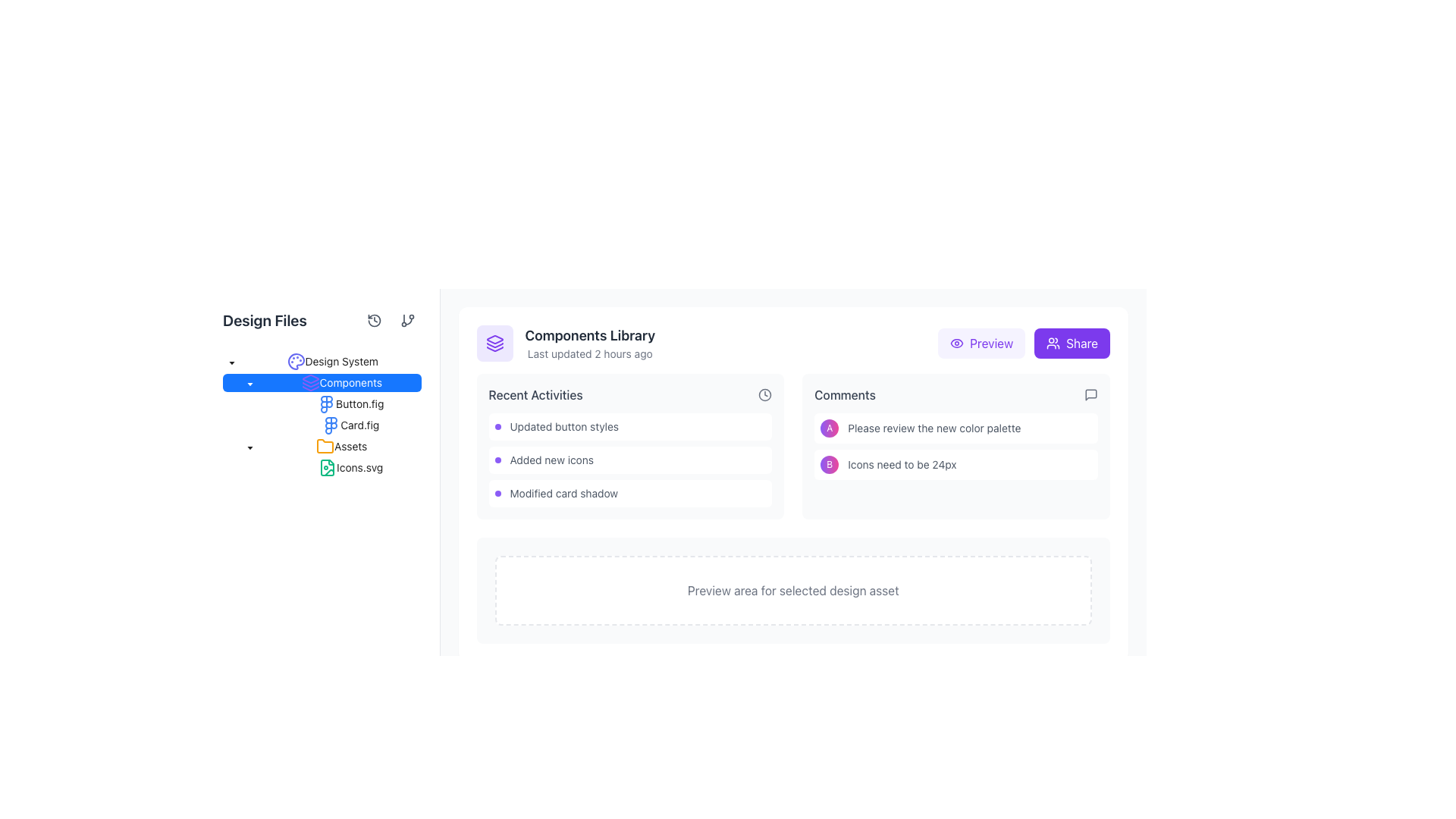 Image resolution: width=1456 pixels, height=819 pixels. What do you see at coordinates (340, 382) in the screenshot?
I see `the selectable tree node for 'Components' located in the left navigation pane, directly below 'Design System' and above 'Button.fig' and 'Card.fig'` at bounding box center [340, 382].